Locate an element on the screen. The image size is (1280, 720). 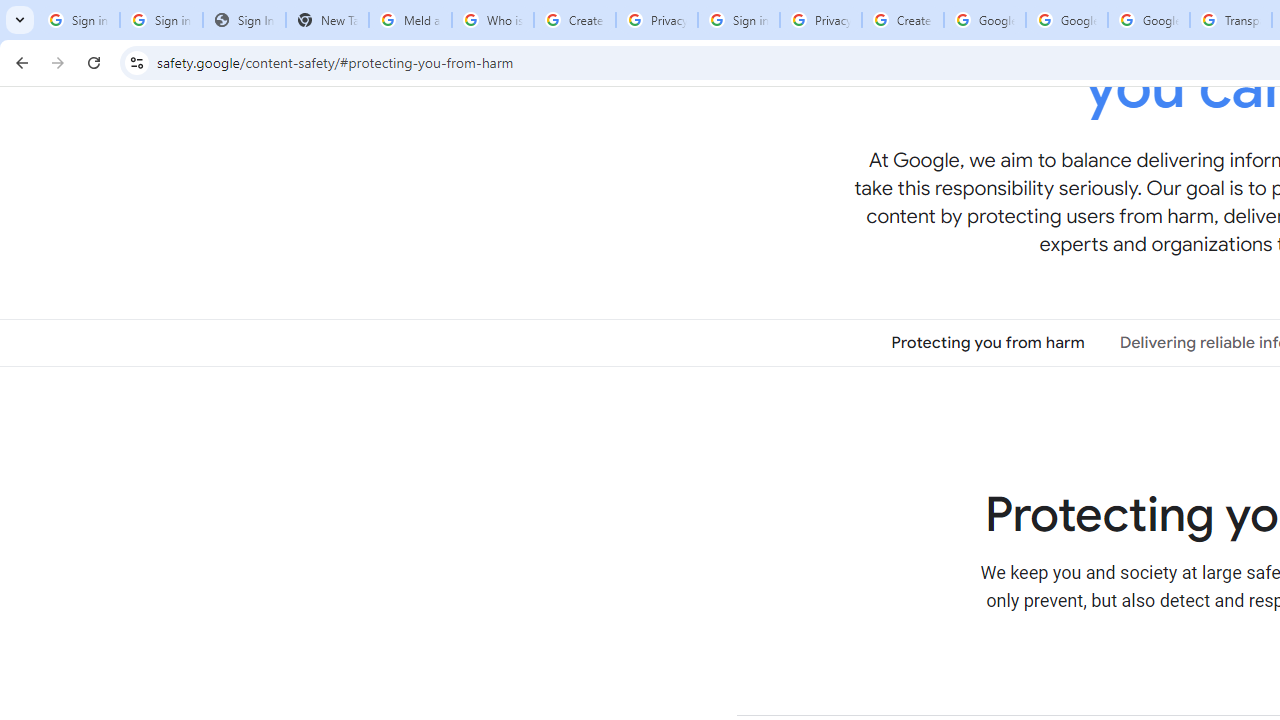
'Sign In - USA TODAY' is located at coordinates (243, 20).